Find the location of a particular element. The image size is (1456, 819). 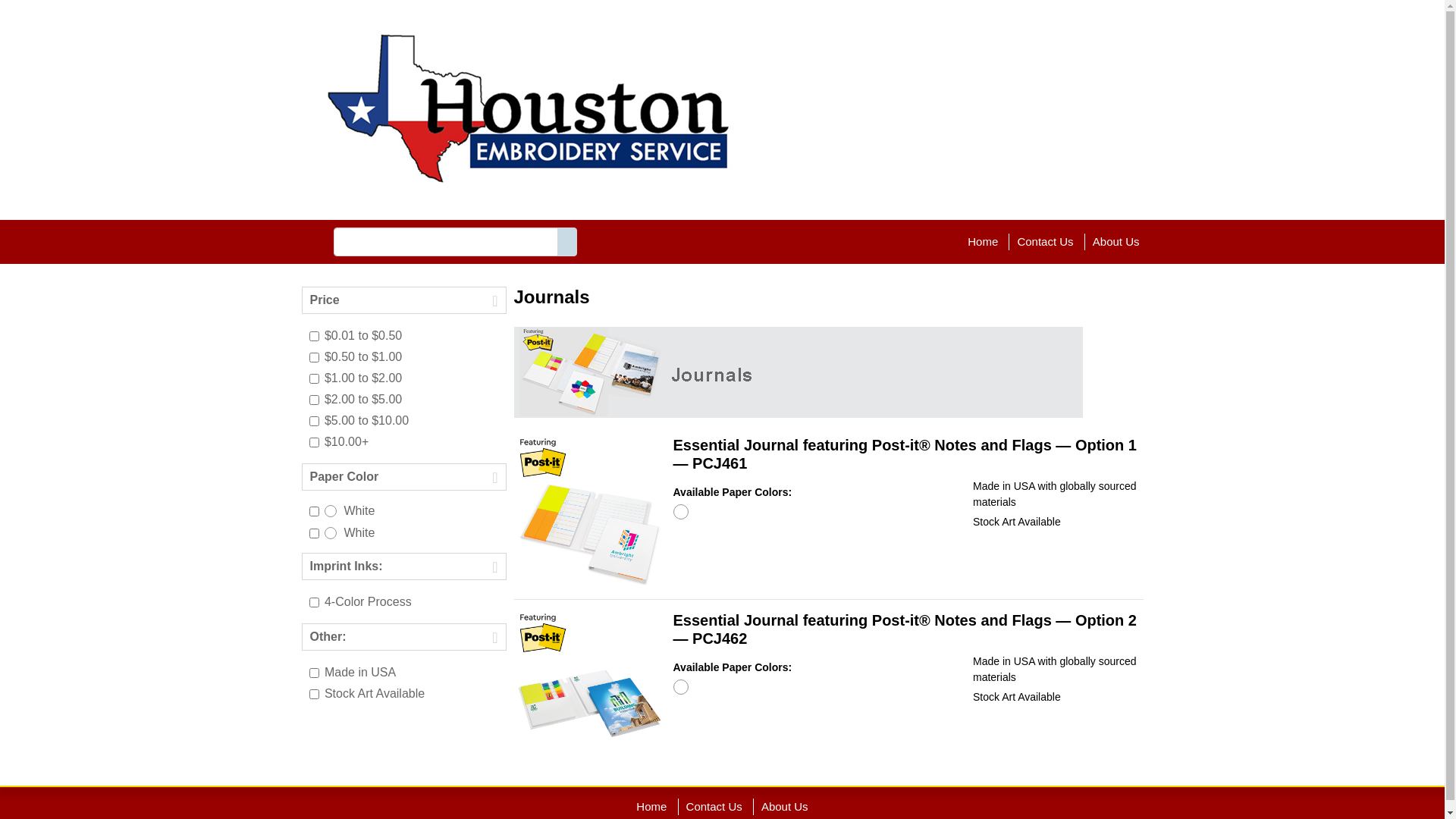

'Home' is located at coordinates (983, 240).